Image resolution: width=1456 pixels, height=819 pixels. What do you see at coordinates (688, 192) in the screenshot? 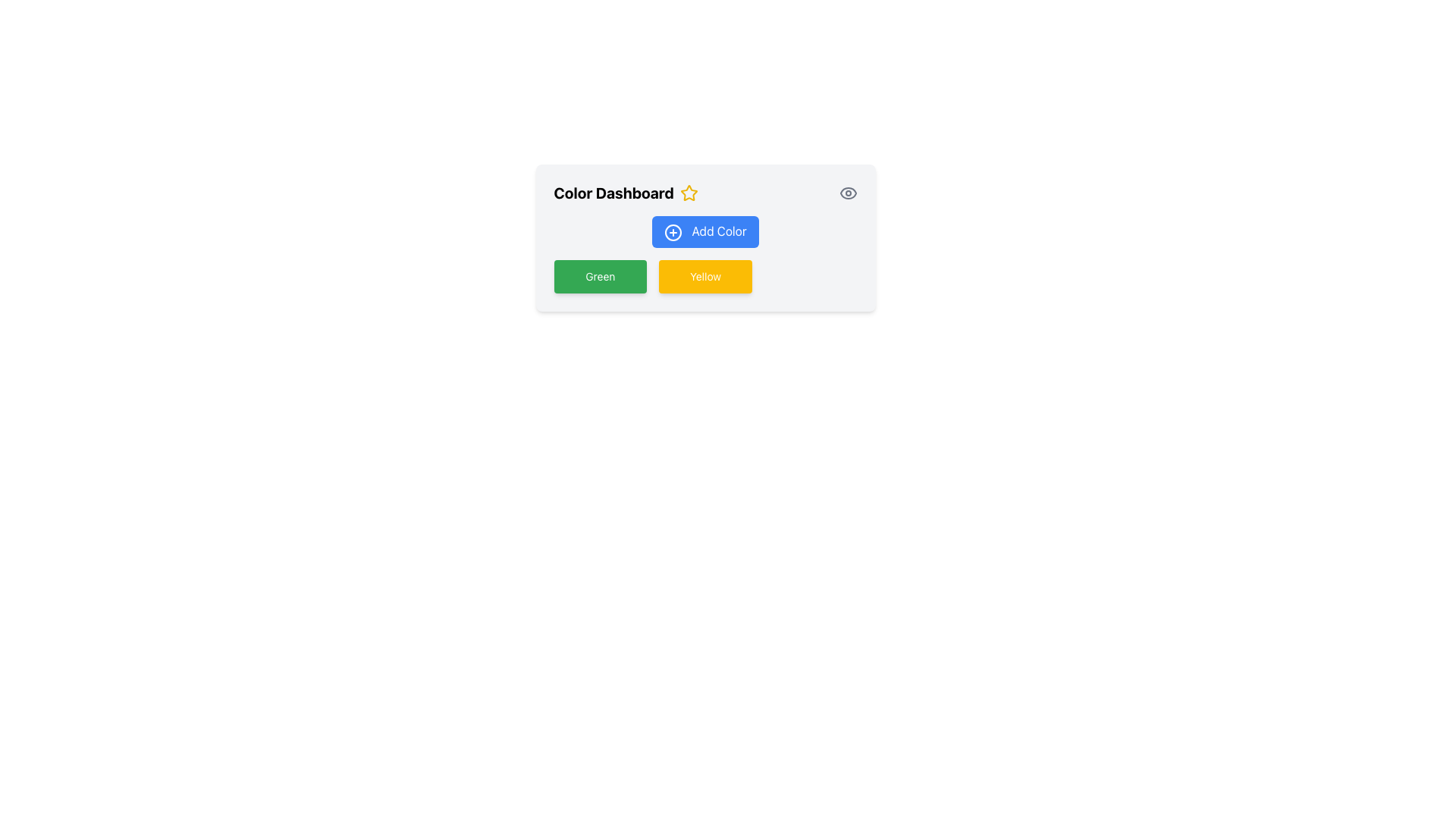
I see `the decorative icon indicating favorite status next to the 'Color Dashboard' text in the header section of the card` at bounding box center [688, 192].